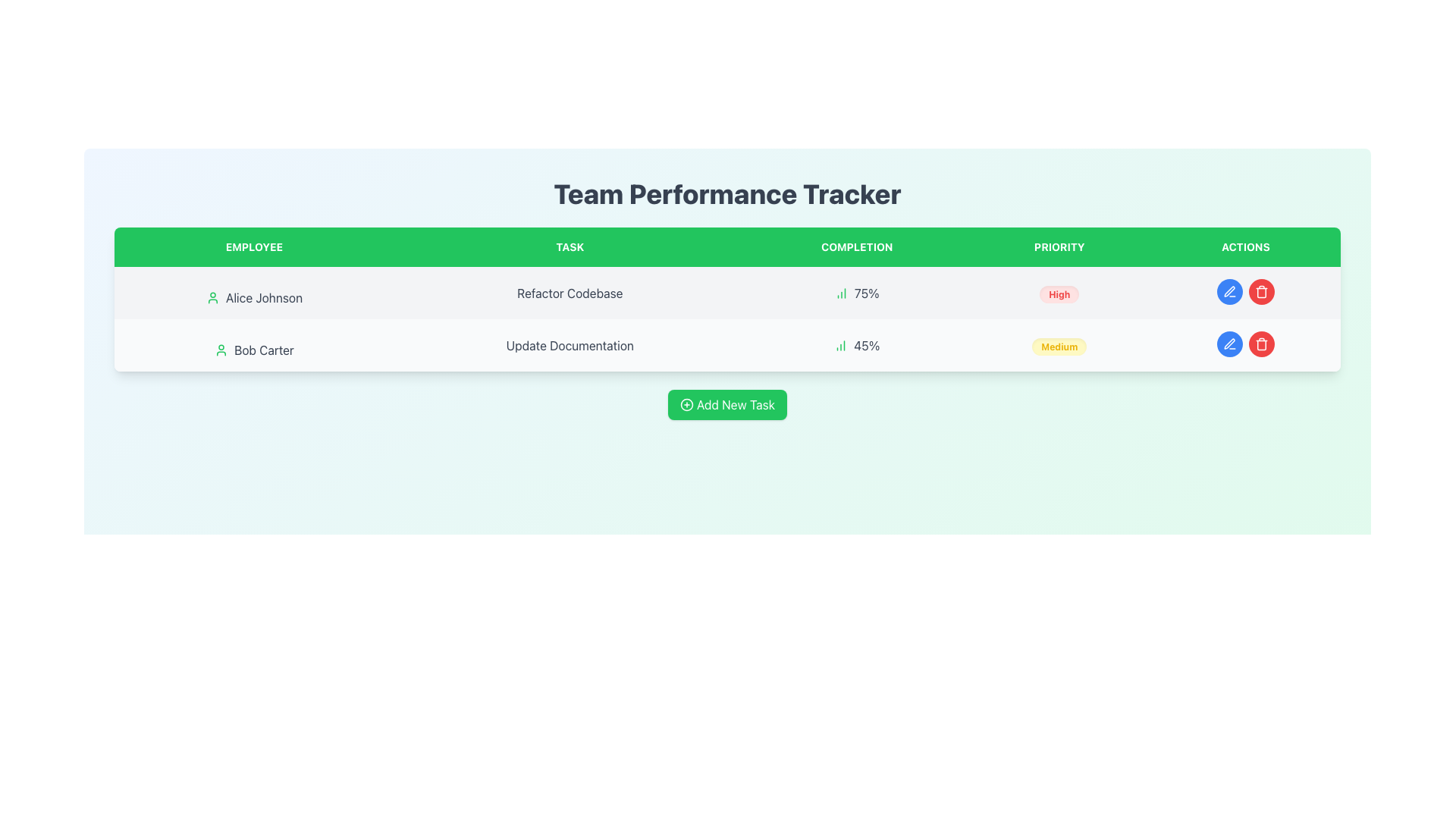 The width and height of the screenshot is (1456, 819). I want to click on the green user icon representing 'Bob Carter' located to the left of the name in the second row of the 'Employee' column, so click(221, 350).